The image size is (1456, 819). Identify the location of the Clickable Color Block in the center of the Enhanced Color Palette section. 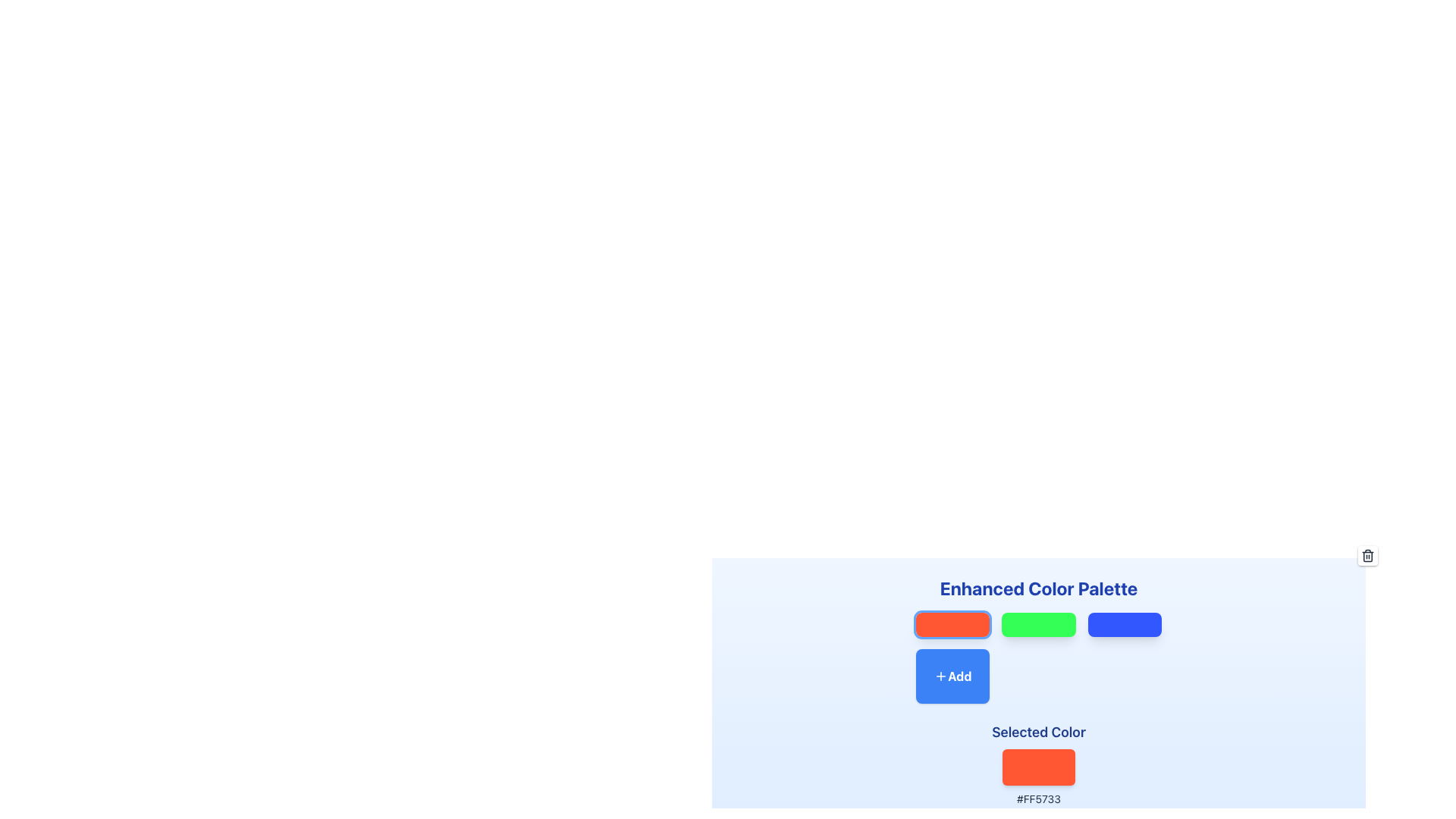
(1037, 625).